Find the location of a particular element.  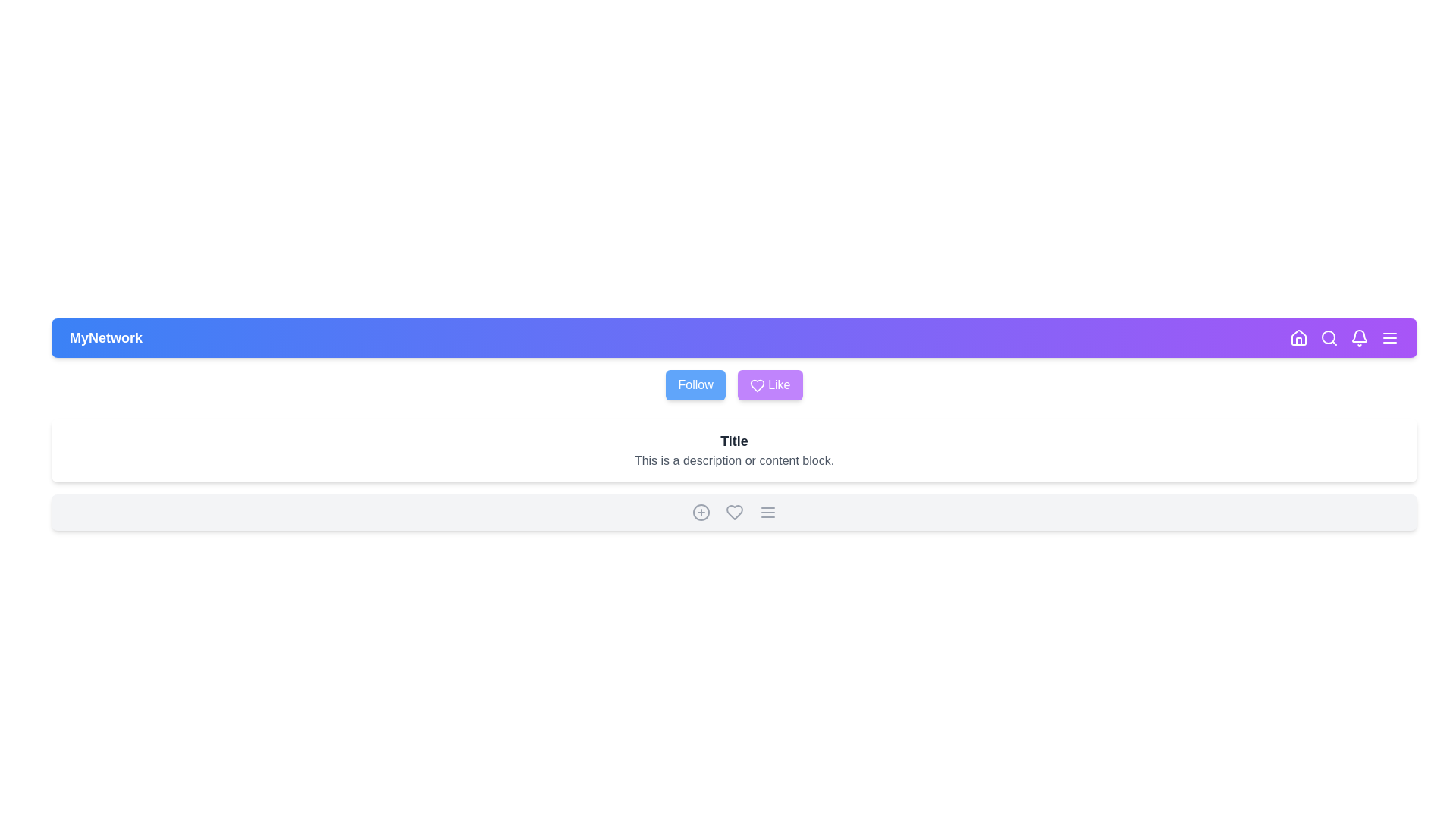

the house icon located in the top-right corner of the horizontal purple gradient navigation bar is located at coordinates (1298, 337).